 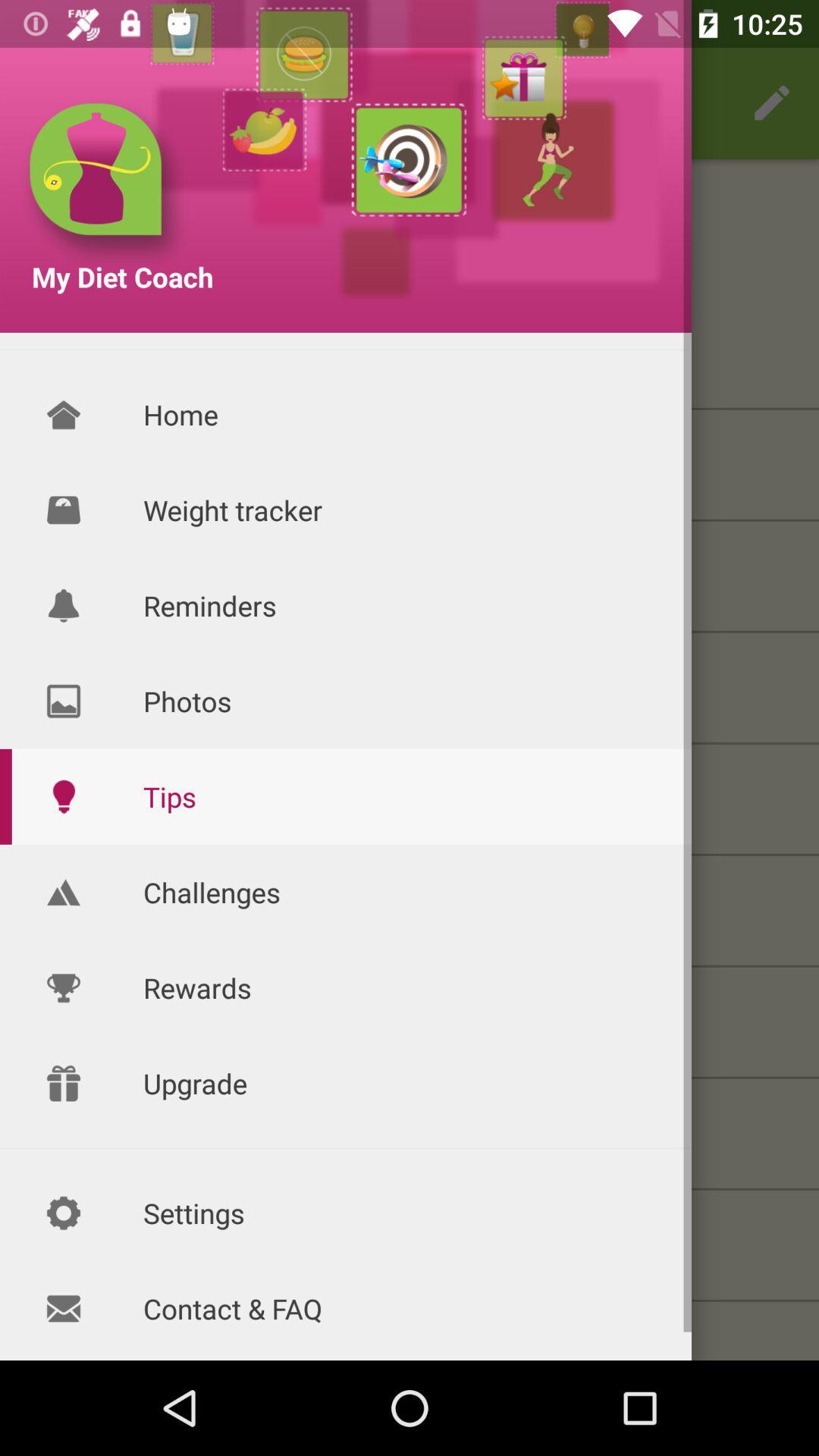 What do you see at coordinates (71, 1023) in the screenshot?
I see `the icon which is before rewards` at bounding box center [71, 1023].